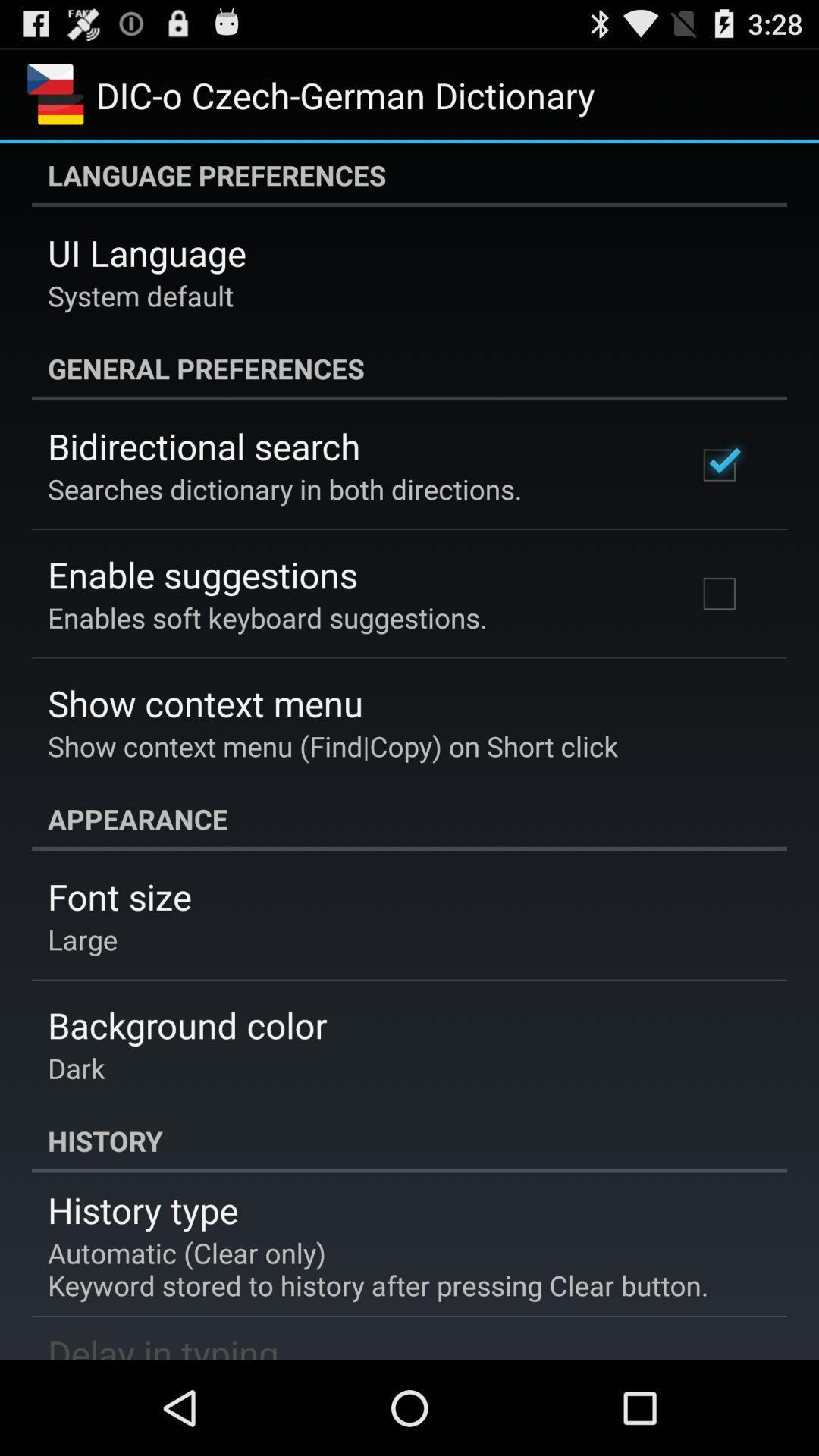 The width and height of the screenshot is (819, 1456). What do you see at coordinates (203, 445) in the screenshot?
I see `bidirectional search app` at bounding box center [203, 445].